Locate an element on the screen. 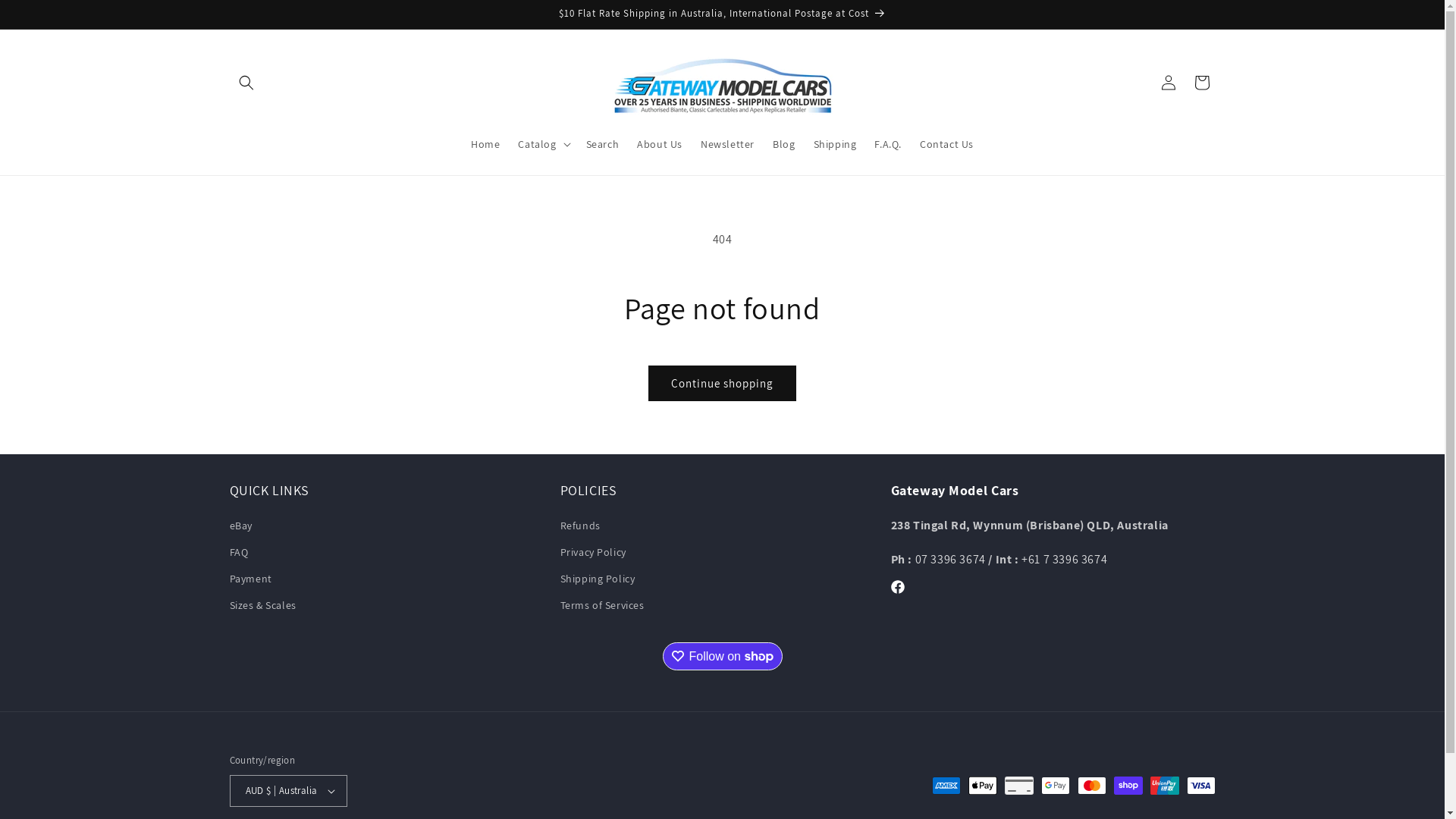  'AUD $ | Australia' is located at coordinates (228, 789).